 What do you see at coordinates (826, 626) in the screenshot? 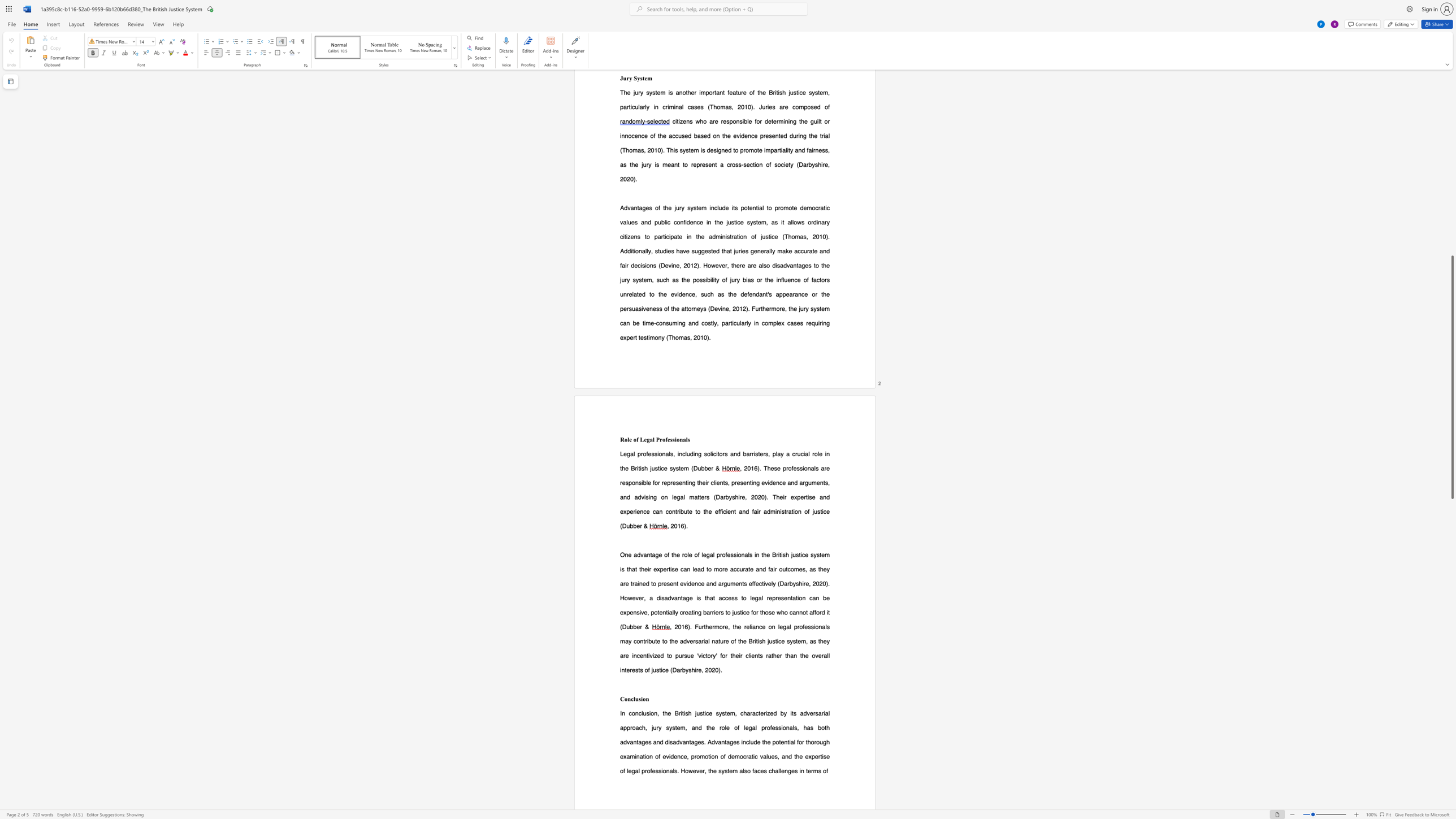
I see `the subset text "s may contrib" within the text ". Furthermore, the reliance on legal professionals may contribute to the adversarial nature of the British justice system, as they are incentivized to pursue"` at bounding box center [826, 626].